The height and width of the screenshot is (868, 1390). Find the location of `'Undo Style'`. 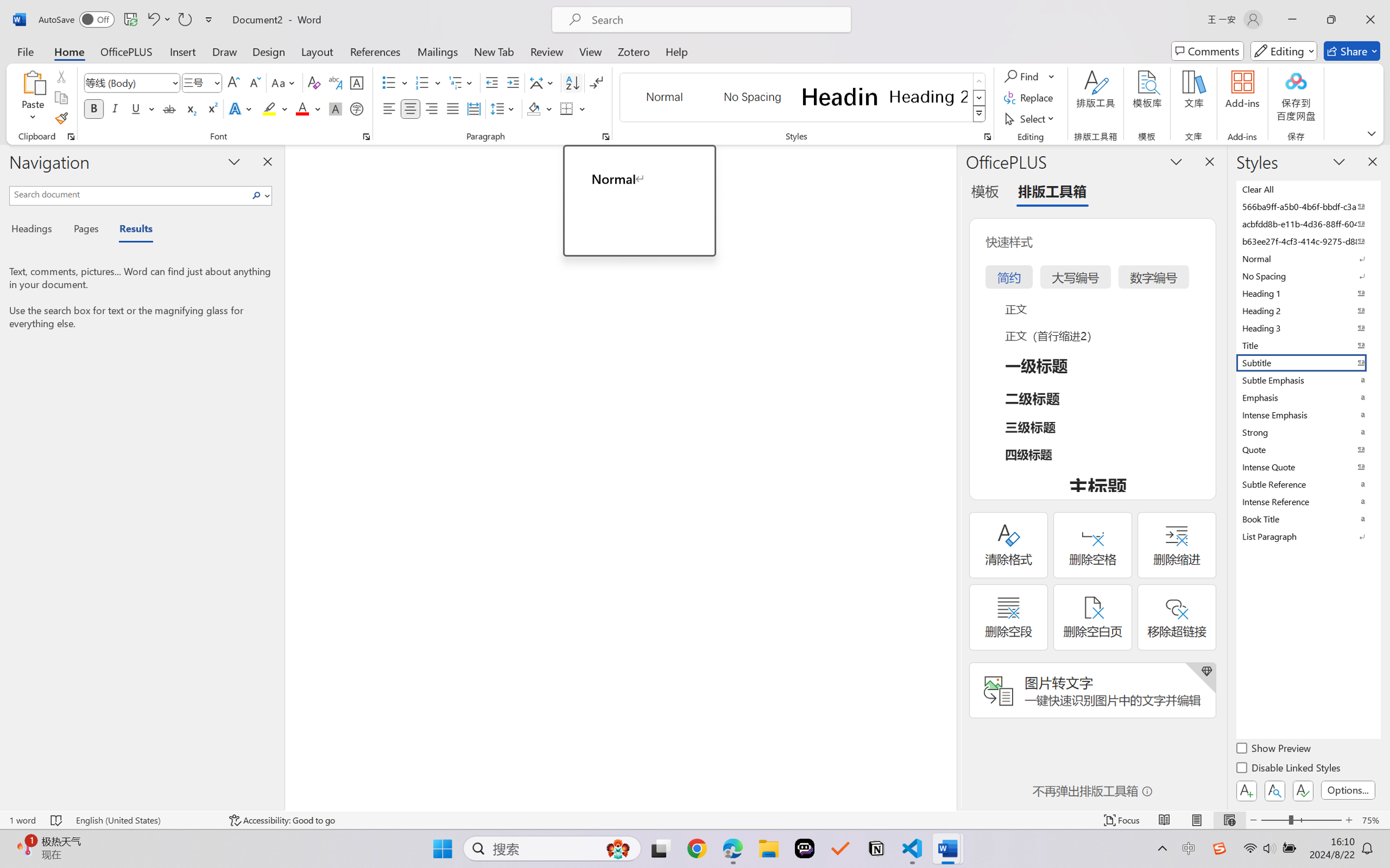

'Undo Style' is located at coordinates (152, 19).